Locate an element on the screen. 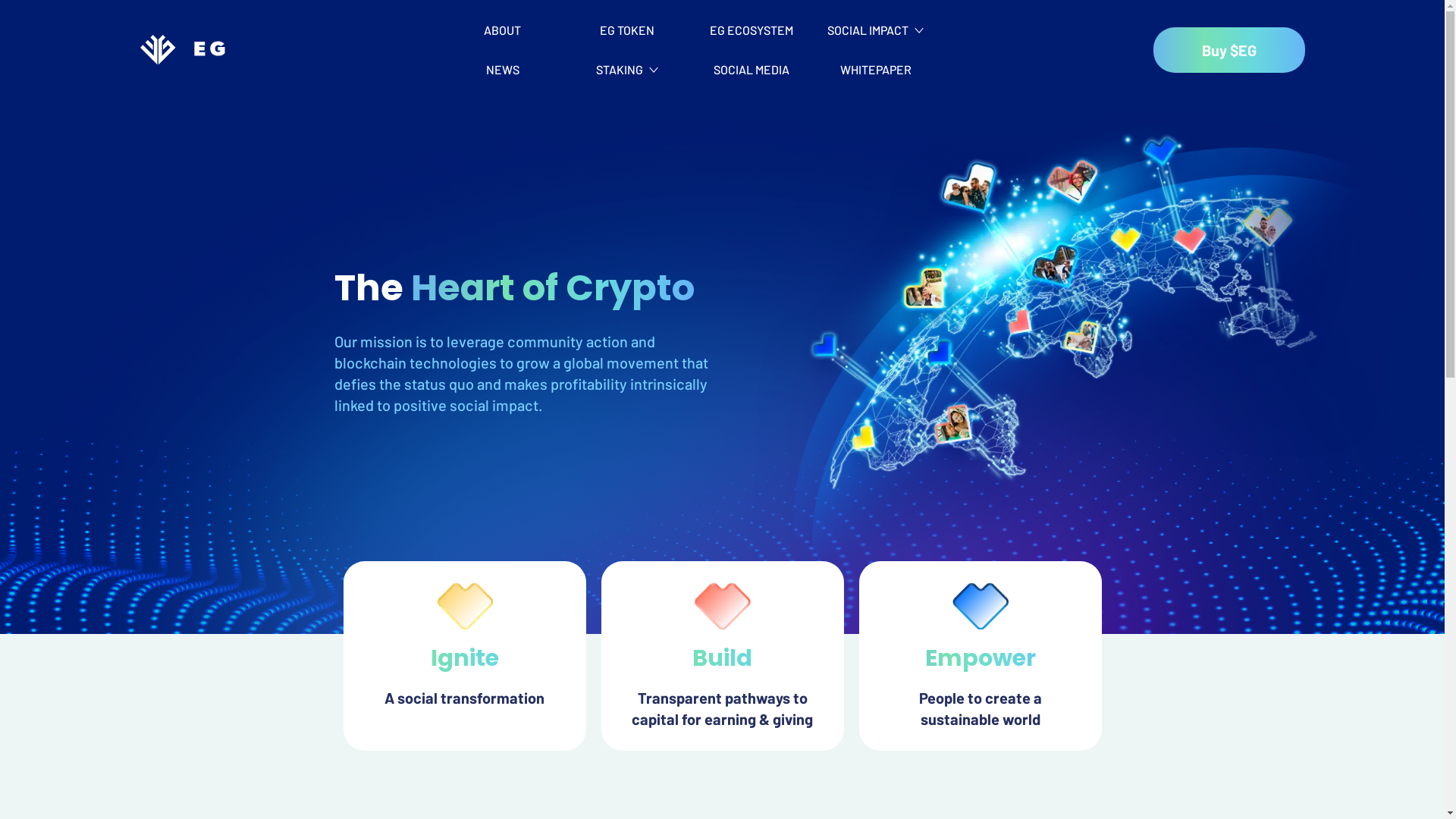  'WHITEPAPER' is located at coordinates (874, 70).